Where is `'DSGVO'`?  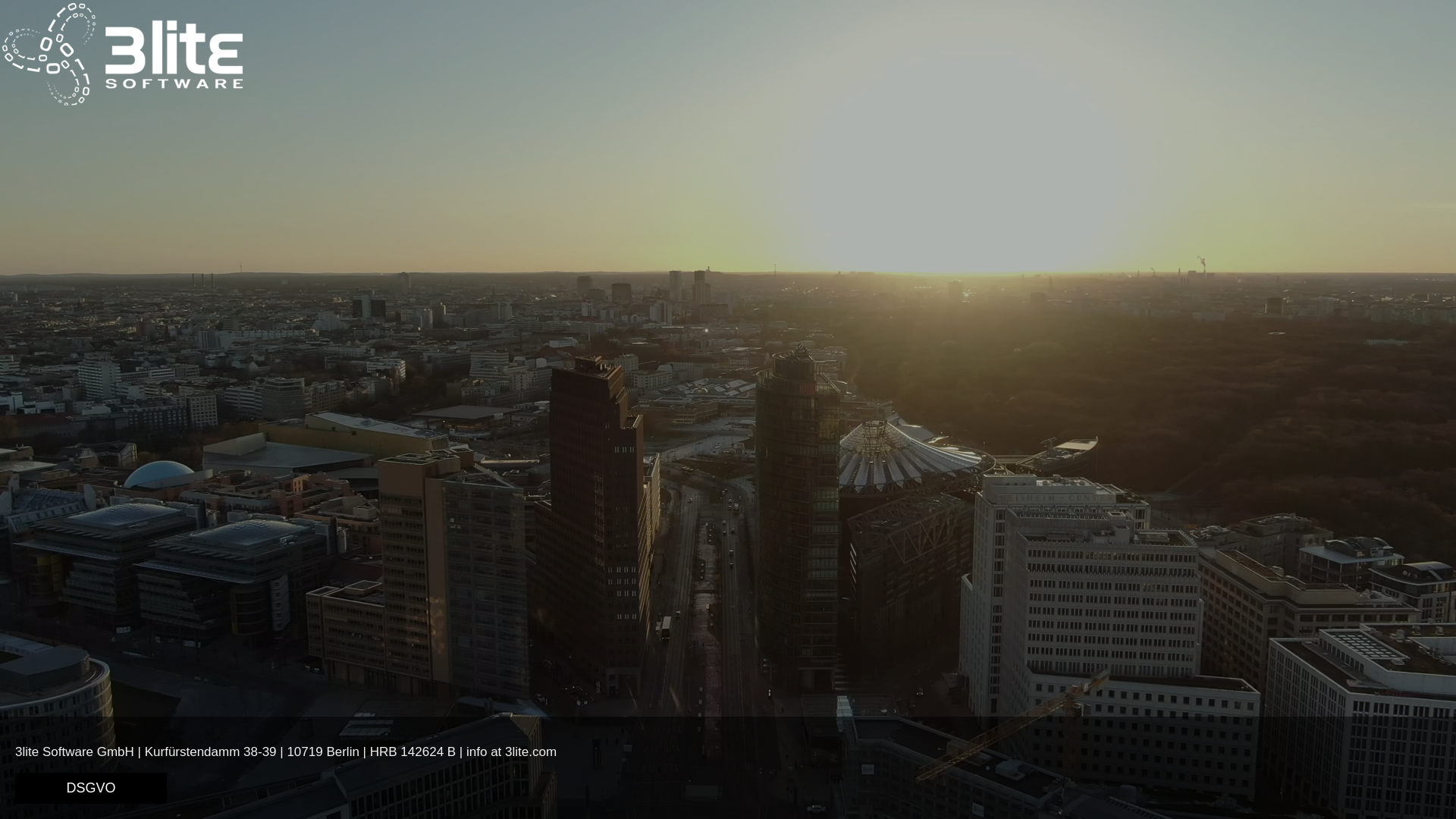 'DSGVO' is located at coordinates (90, 787).